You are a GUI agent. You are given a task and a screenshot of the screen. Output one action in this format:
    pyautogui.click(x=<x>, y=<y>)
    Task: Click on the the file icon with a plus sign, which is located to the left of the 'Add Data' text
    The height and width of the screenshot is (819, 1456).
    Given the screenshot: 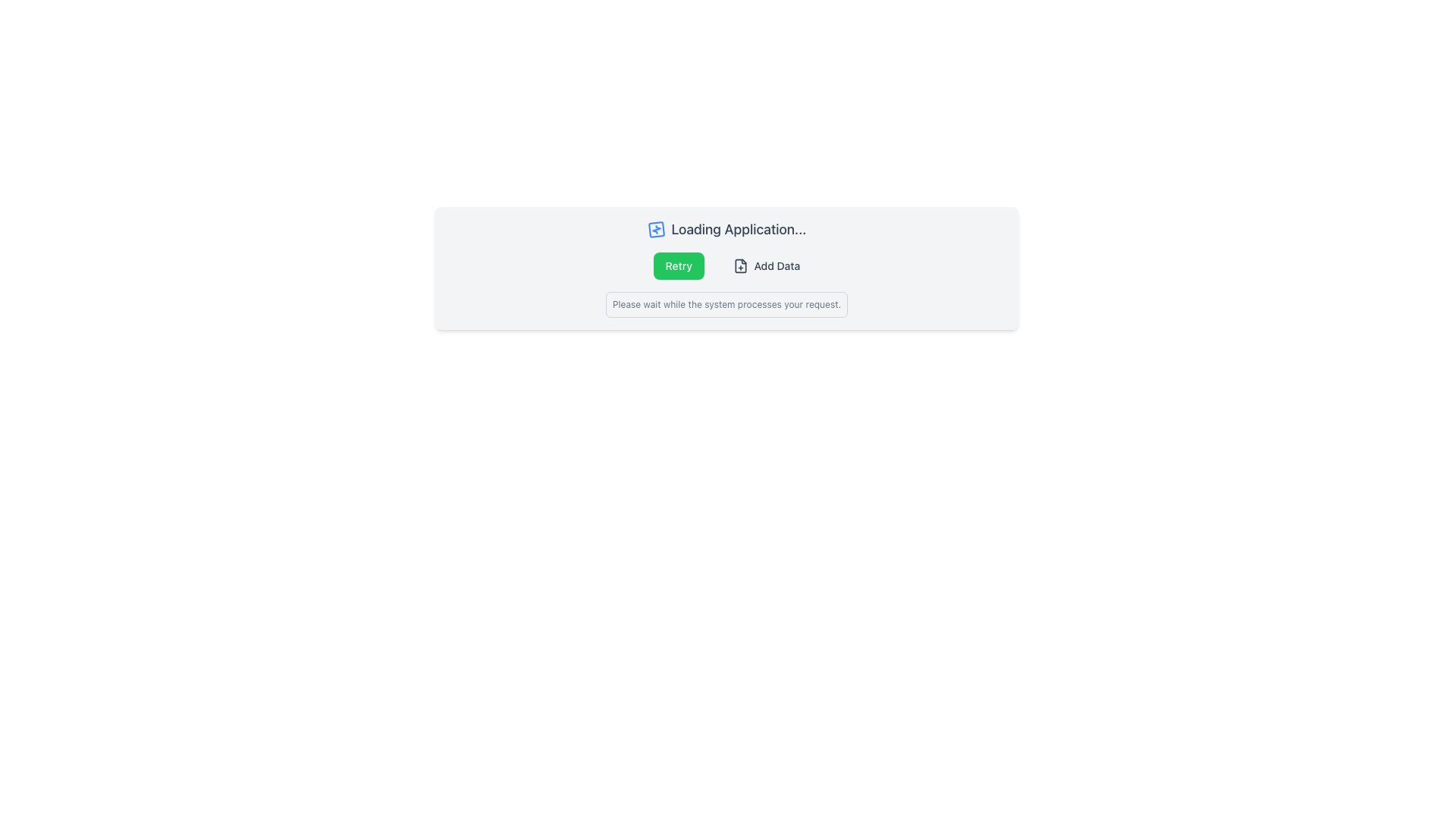 What is the action you would take?
    pyautogui.click(x=740, y=265)
    